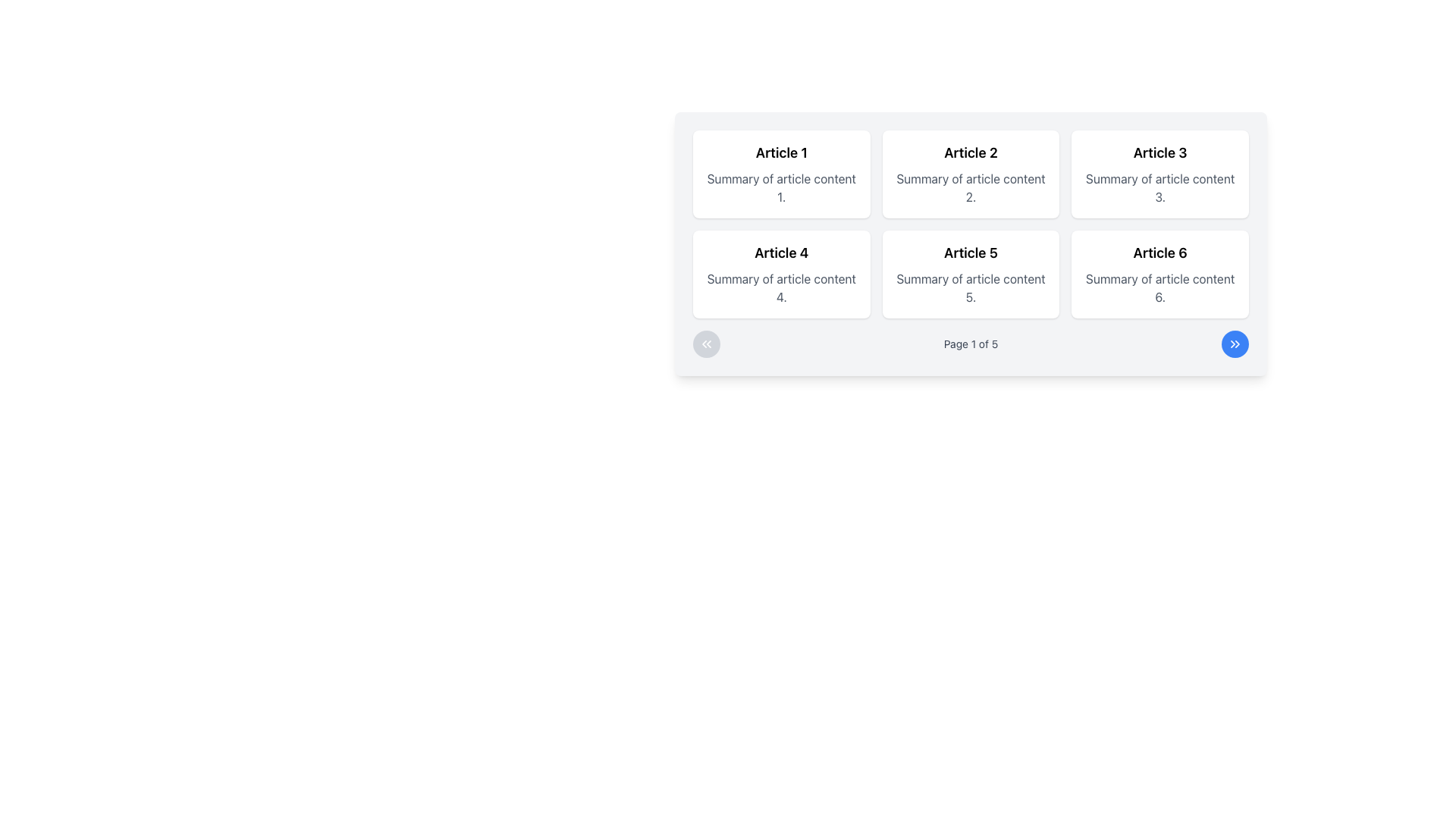  What do you see at coordinates (781, 152) in the screenshot?
I see `the title text in the first card of the 2x3 grid layout, which serves as the main heading for the associated content card` at bounding box center [781, 152].